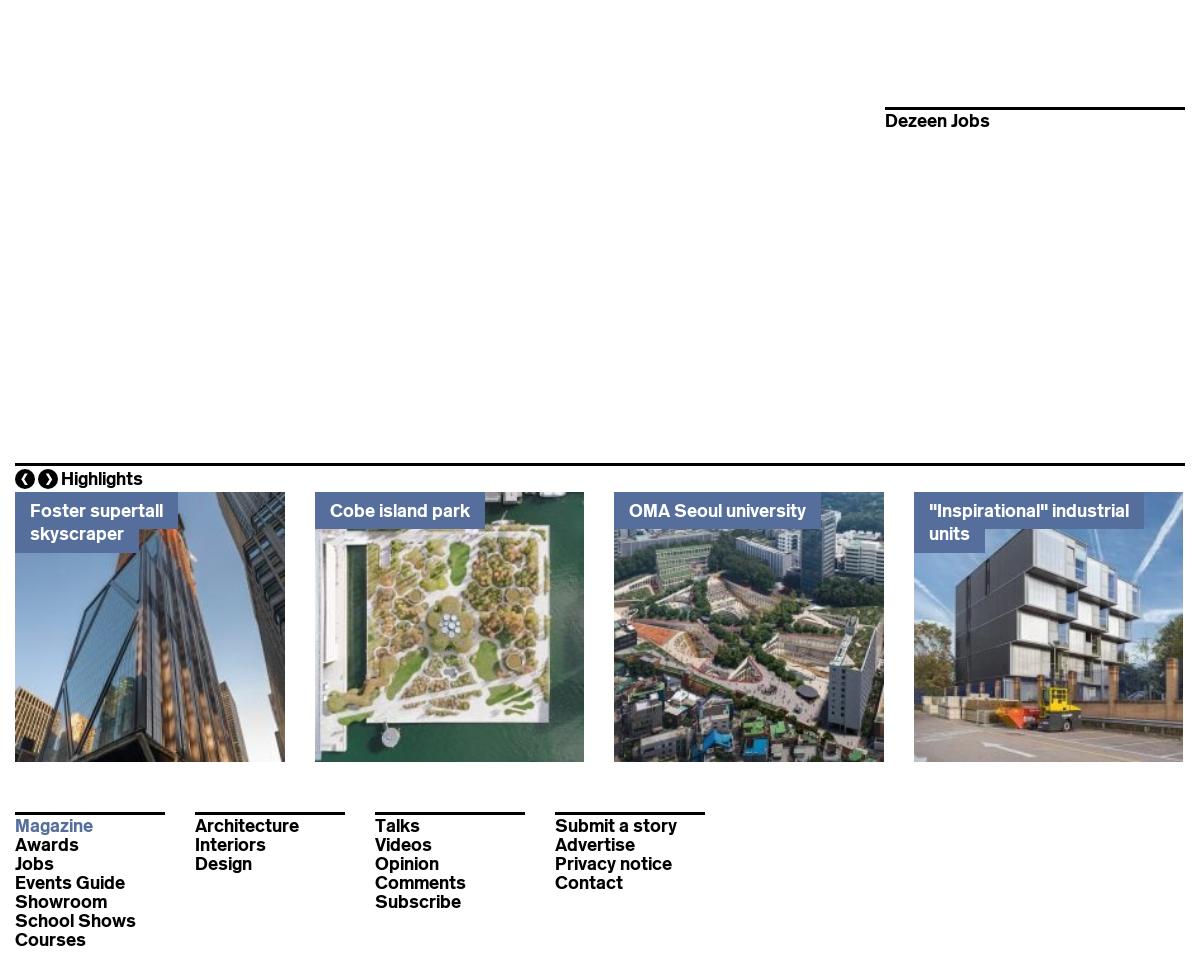  Describe the element at coordinates (397, 825) in the screenshot. I see `'Talks'` at that location.